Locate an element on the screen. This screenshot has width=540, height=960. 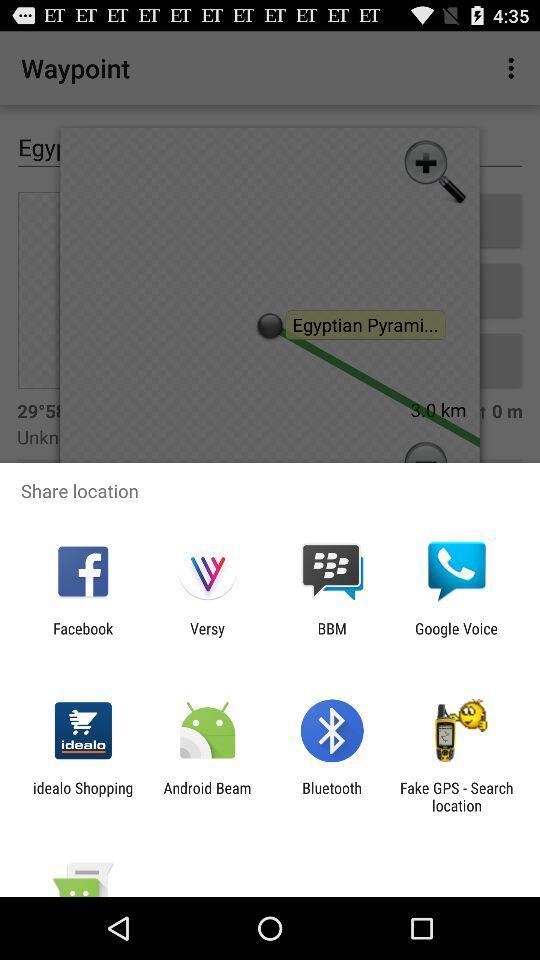
the facebook is located at coordinates (82, 636).